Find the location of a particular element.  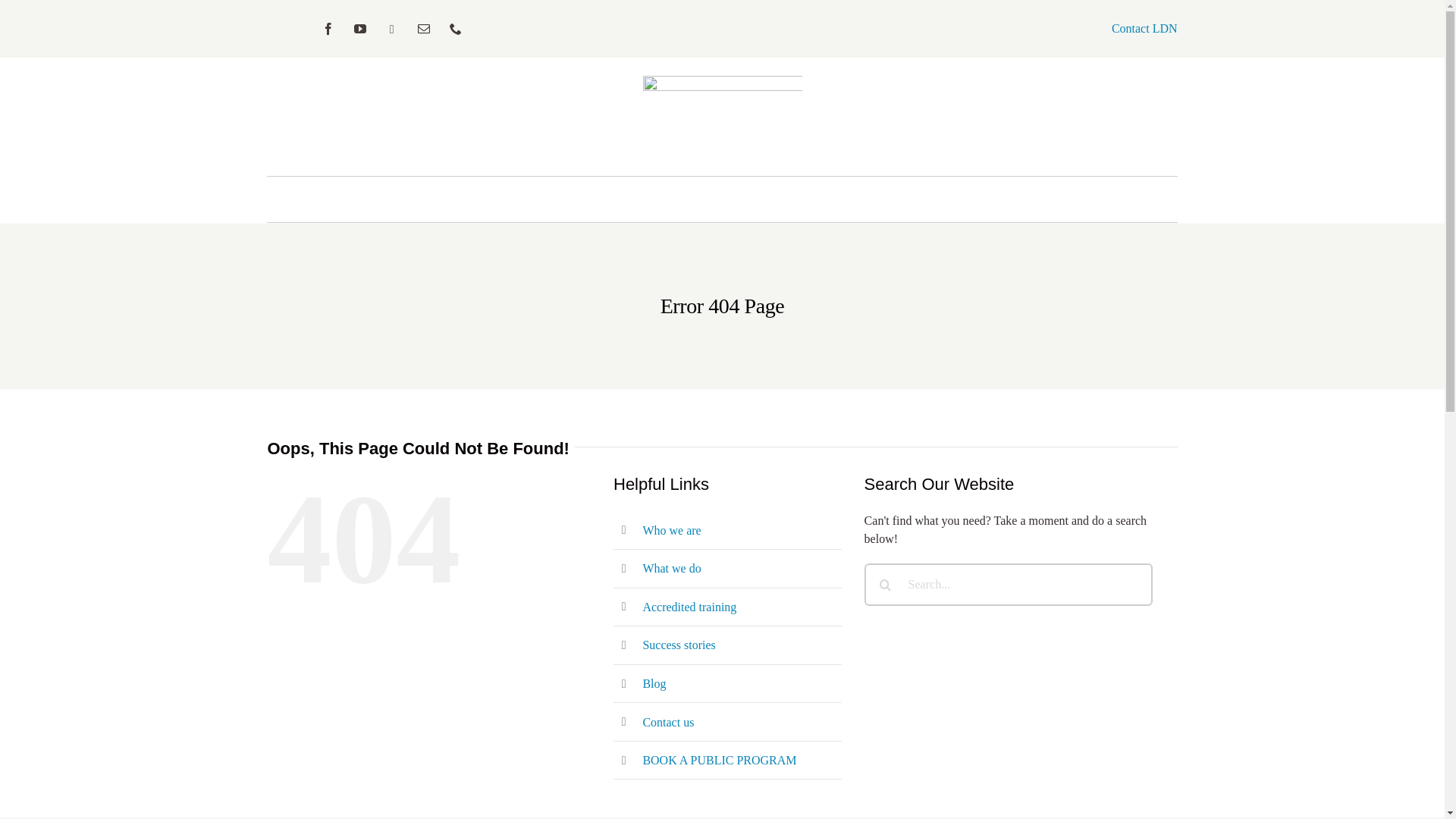

'Facebook' is located at coordinates (327, 29).